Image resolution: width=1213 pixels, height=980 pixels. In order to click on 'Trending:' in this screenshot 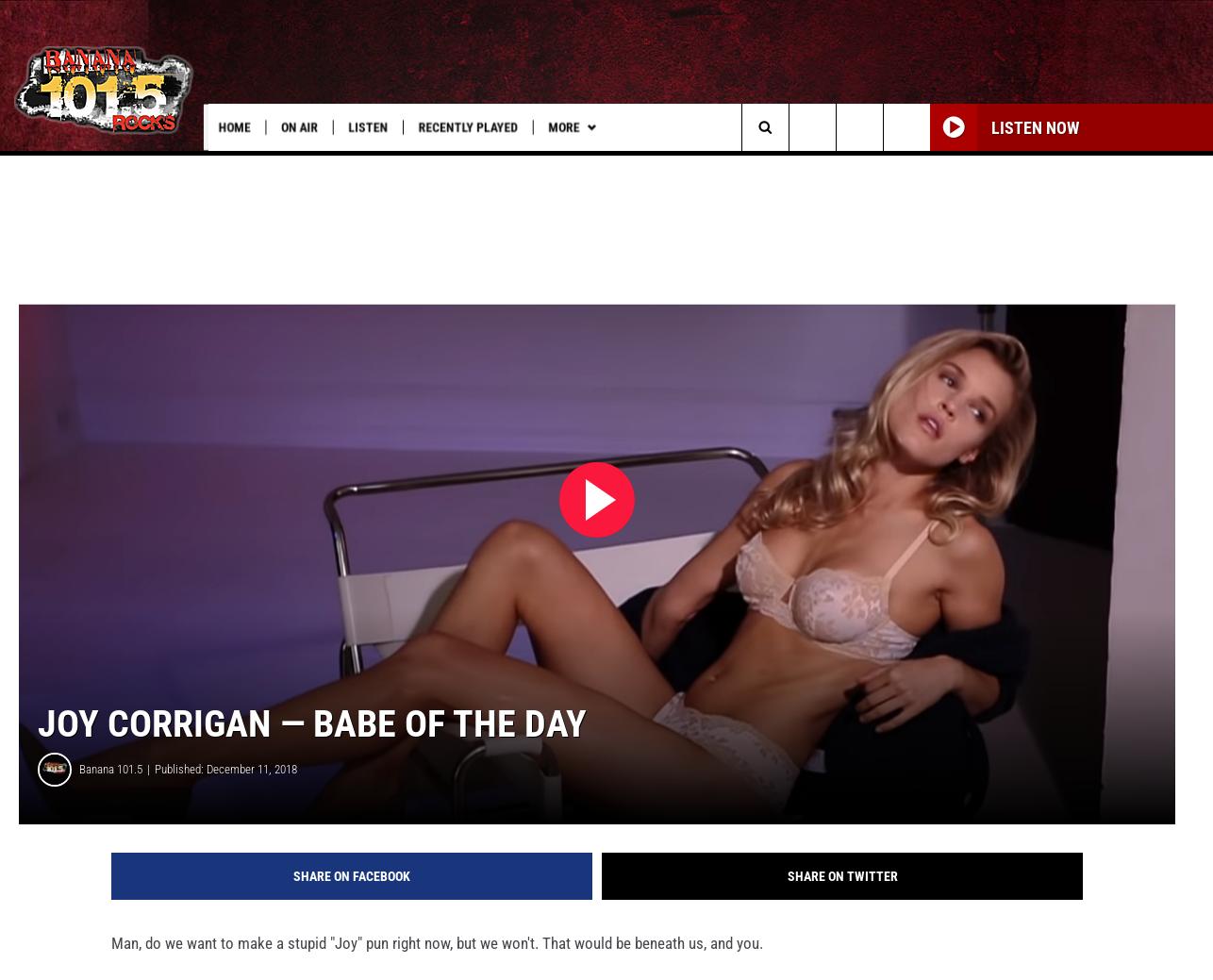, I will do `click(58, 166)`.